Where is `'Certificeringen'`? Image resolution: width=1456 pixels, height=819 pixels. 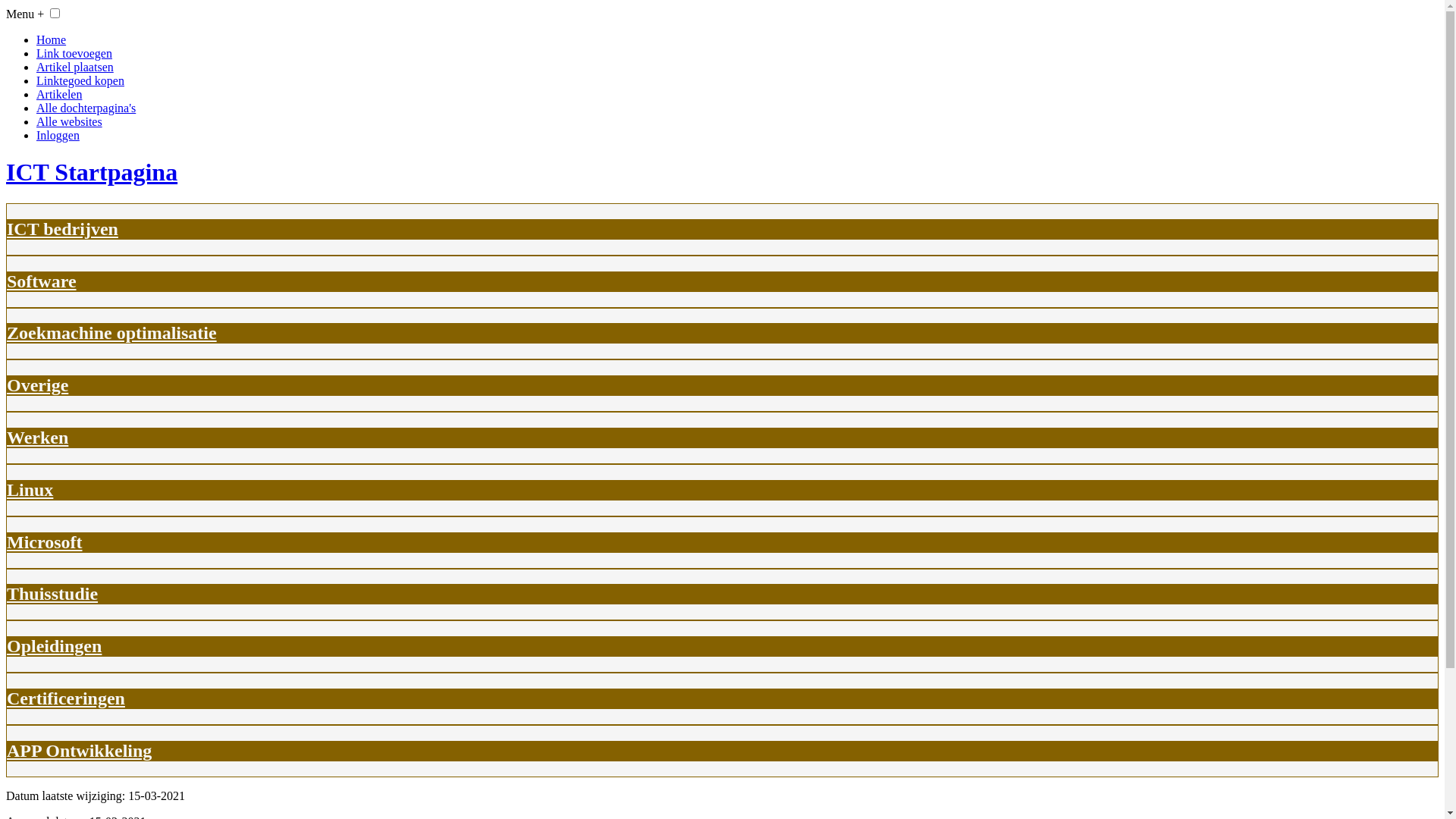 'Certificeringen' is located at coordinates (64, 698).